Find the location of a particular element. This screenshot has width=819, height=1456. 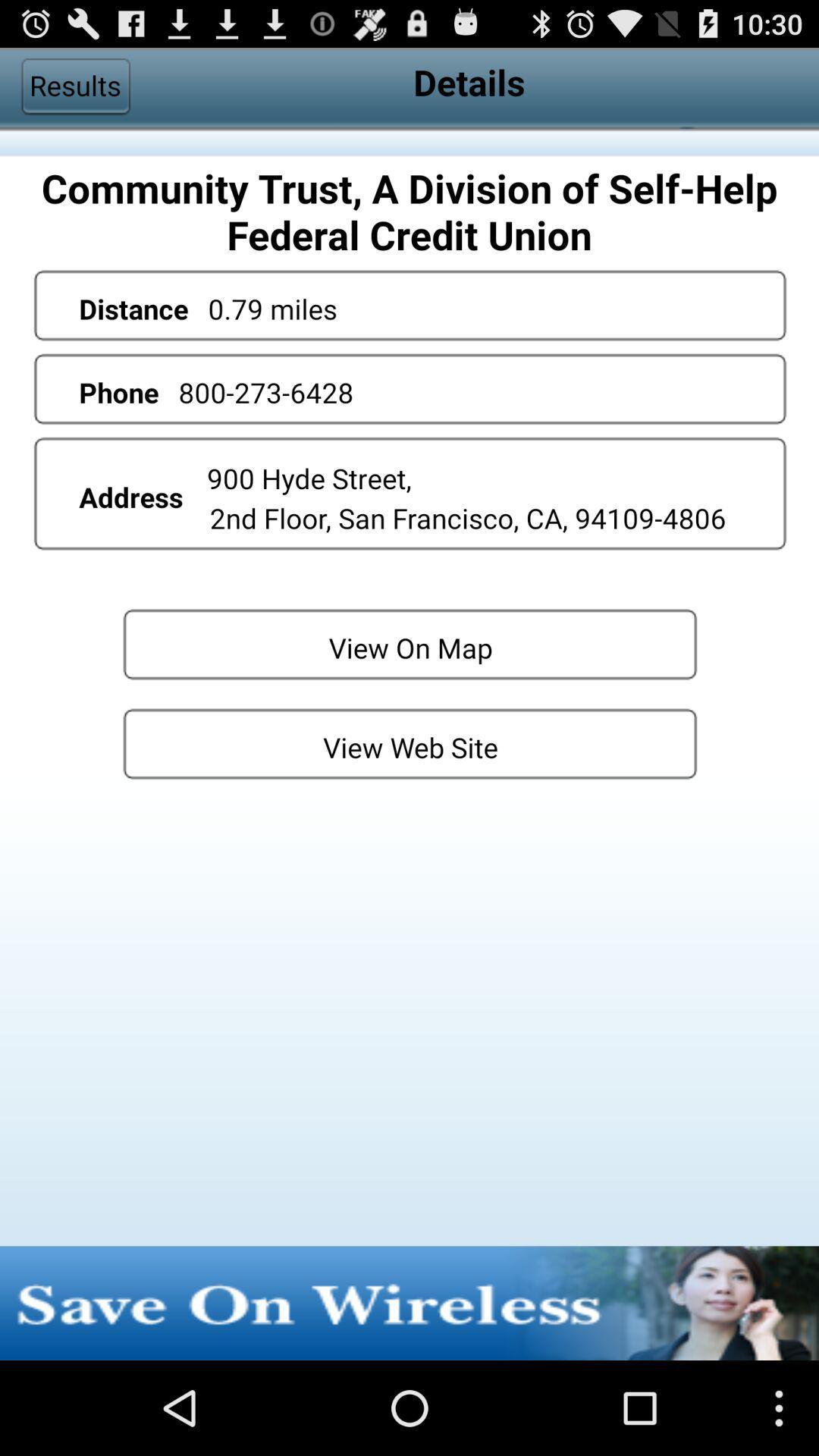

view on map button is located at coordinates (409, 644).